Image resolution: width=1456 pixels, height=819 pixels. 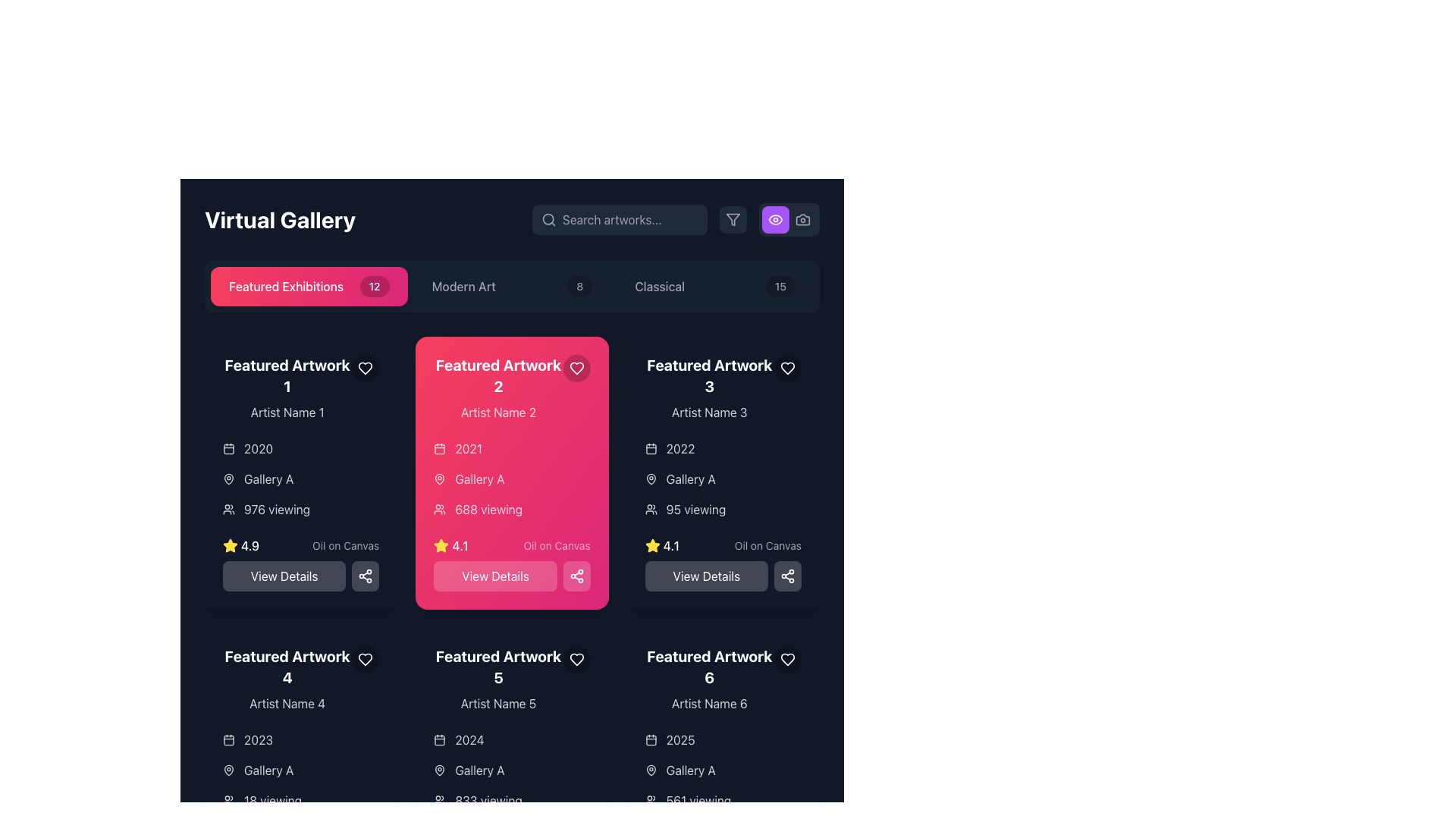 What do you see at coordinates (708, 704) in the screenshot?
I see `the label displaying 'Artist Name 6' which is located below the title 'Featured Artwork 6' in the dark-themed layout` at bounding box center [708, 704].